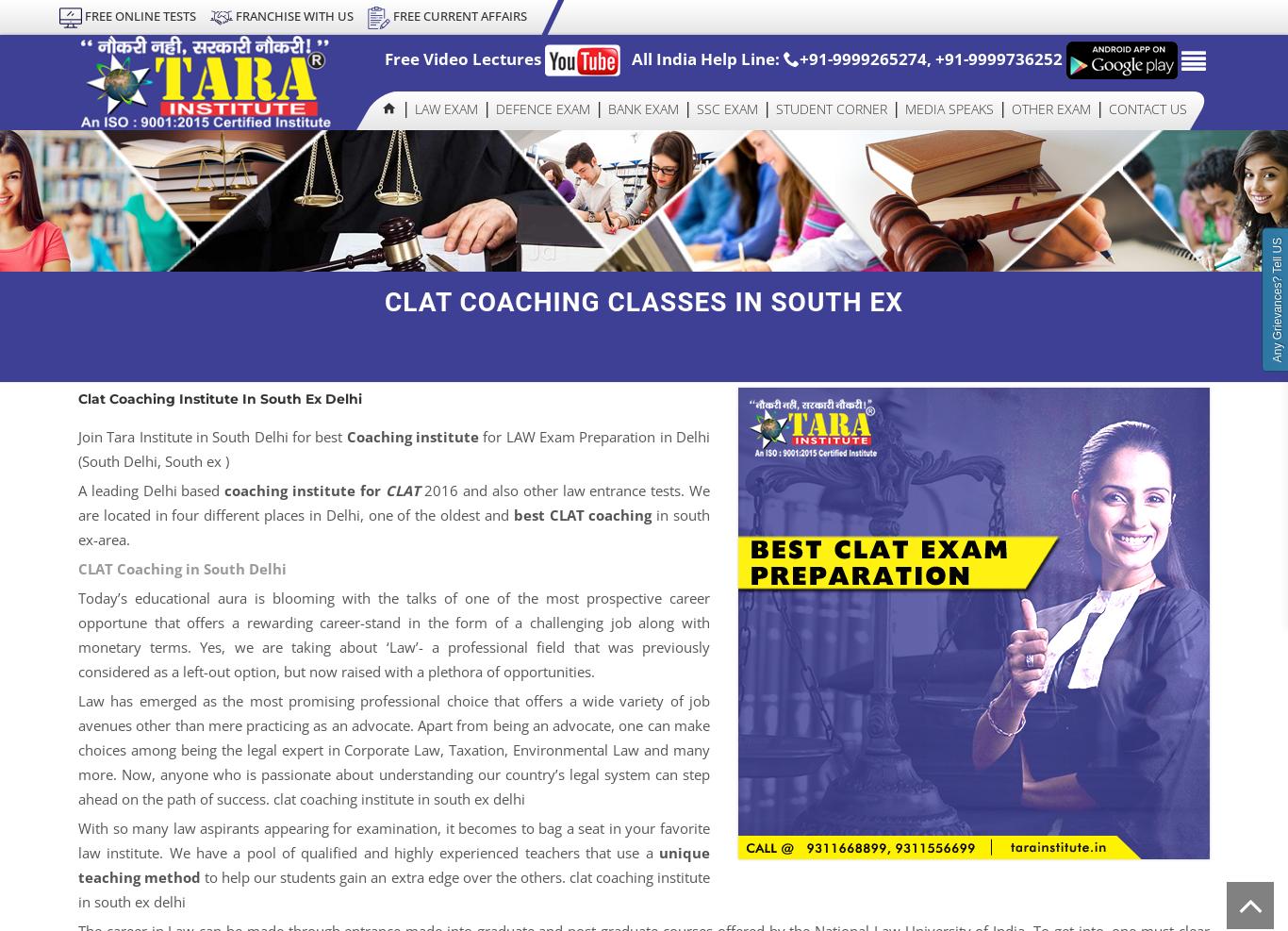  I want to click on 'Defence Exam', so click(542, 108).